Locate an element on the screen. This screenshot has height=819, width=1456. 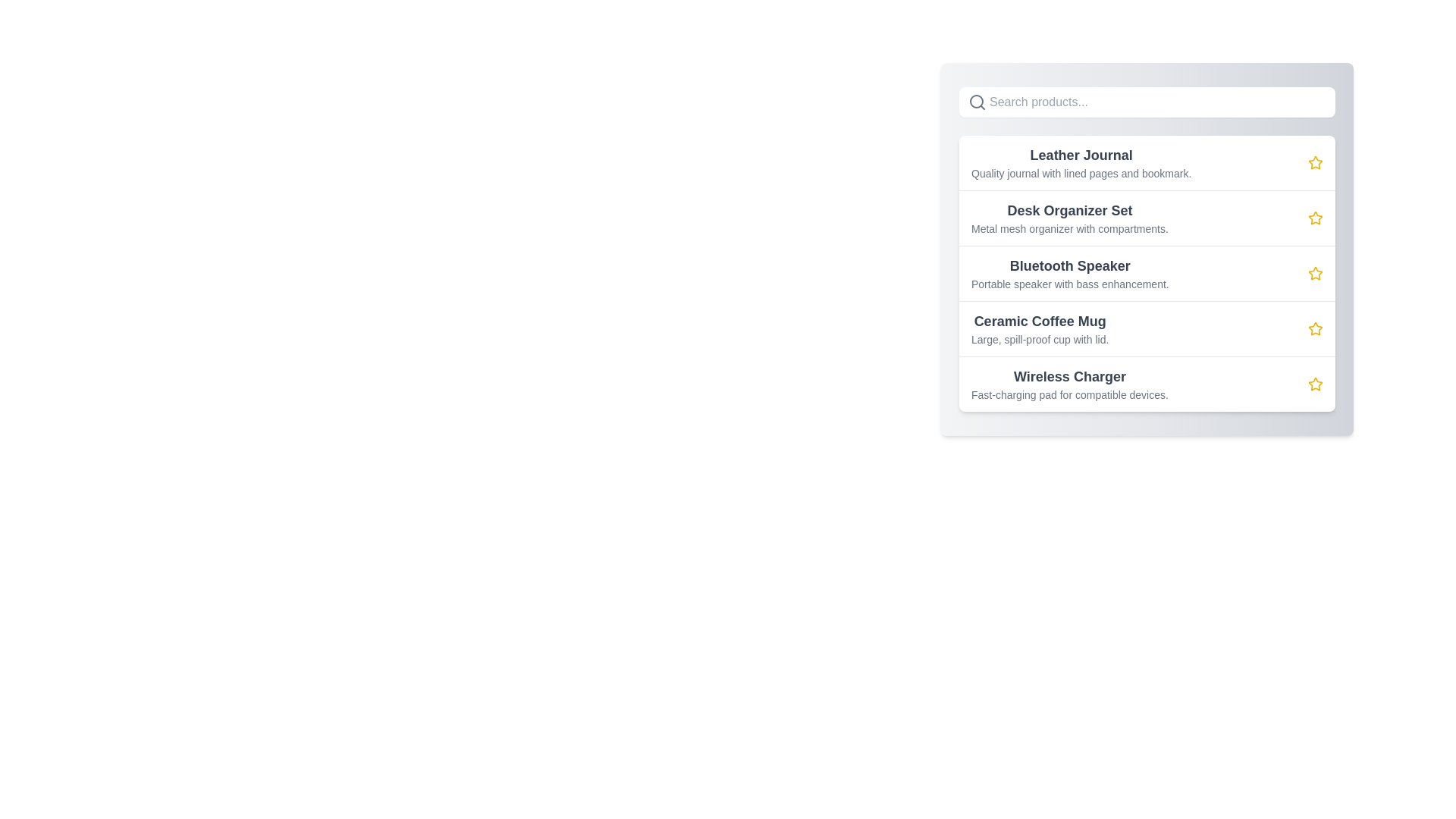
the informational block displaying 'Leather Journal' with its title in bold dark gray and description in lighter gray, located at the top of the list in the vertical menu is located at coordinates (1081, 163).